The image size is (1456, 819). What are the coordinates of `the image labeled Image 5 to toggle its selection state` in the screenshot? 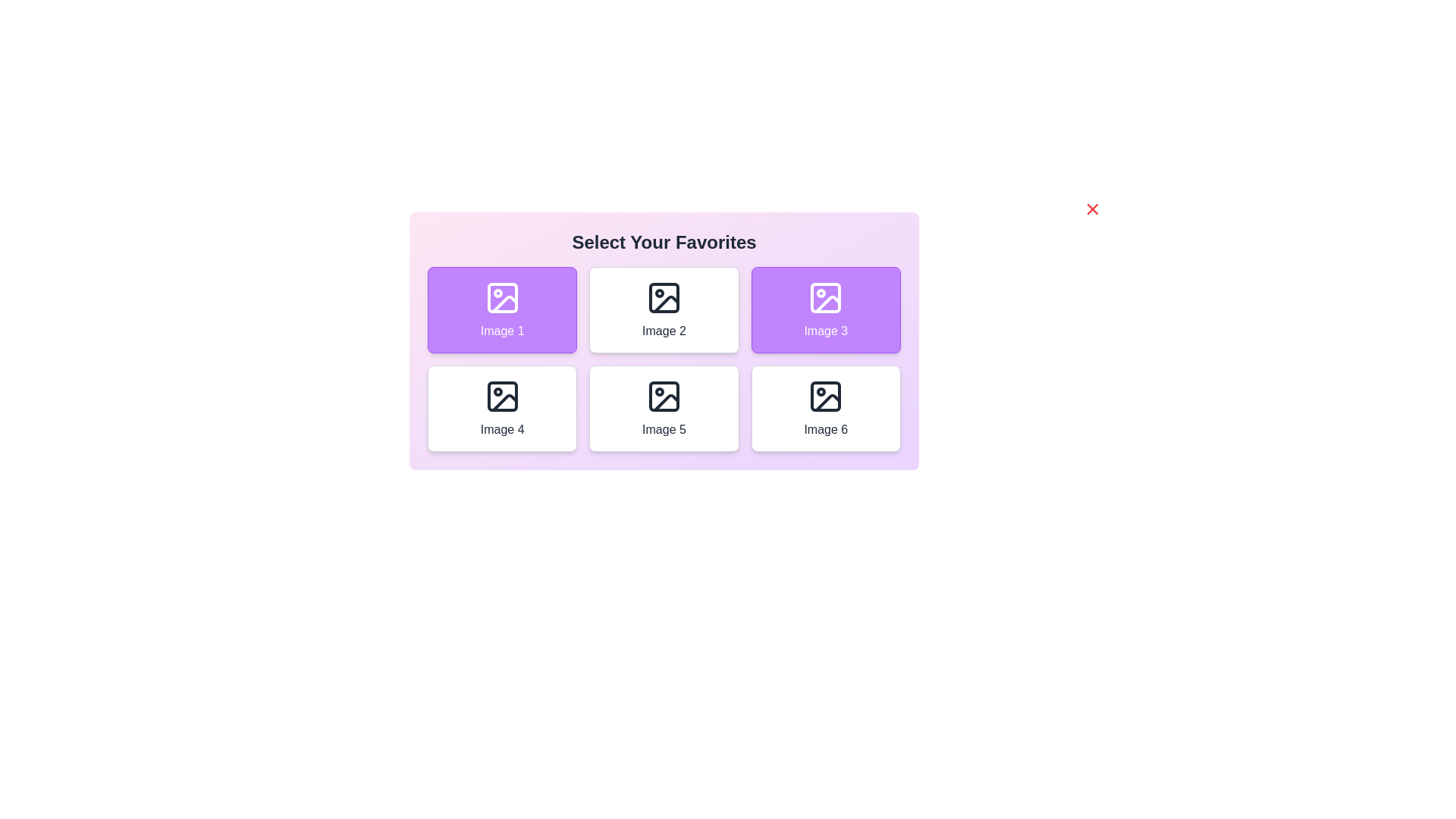 It's located at (664, 408).